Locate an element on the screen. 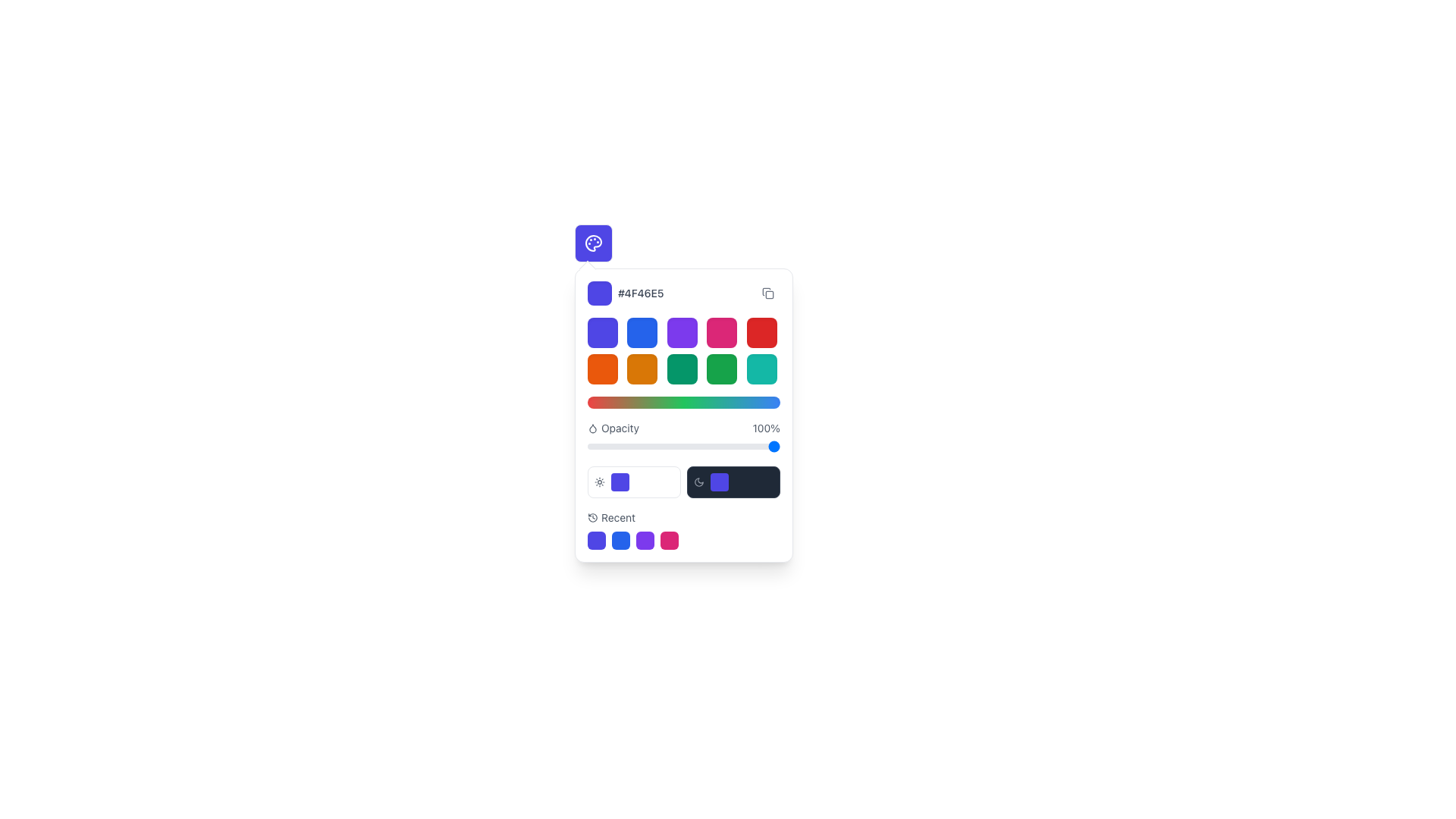  the center of the light or brightness toggle icon located at the leftmost position of the horizontal toolbar is located at coordinates (599, 482).